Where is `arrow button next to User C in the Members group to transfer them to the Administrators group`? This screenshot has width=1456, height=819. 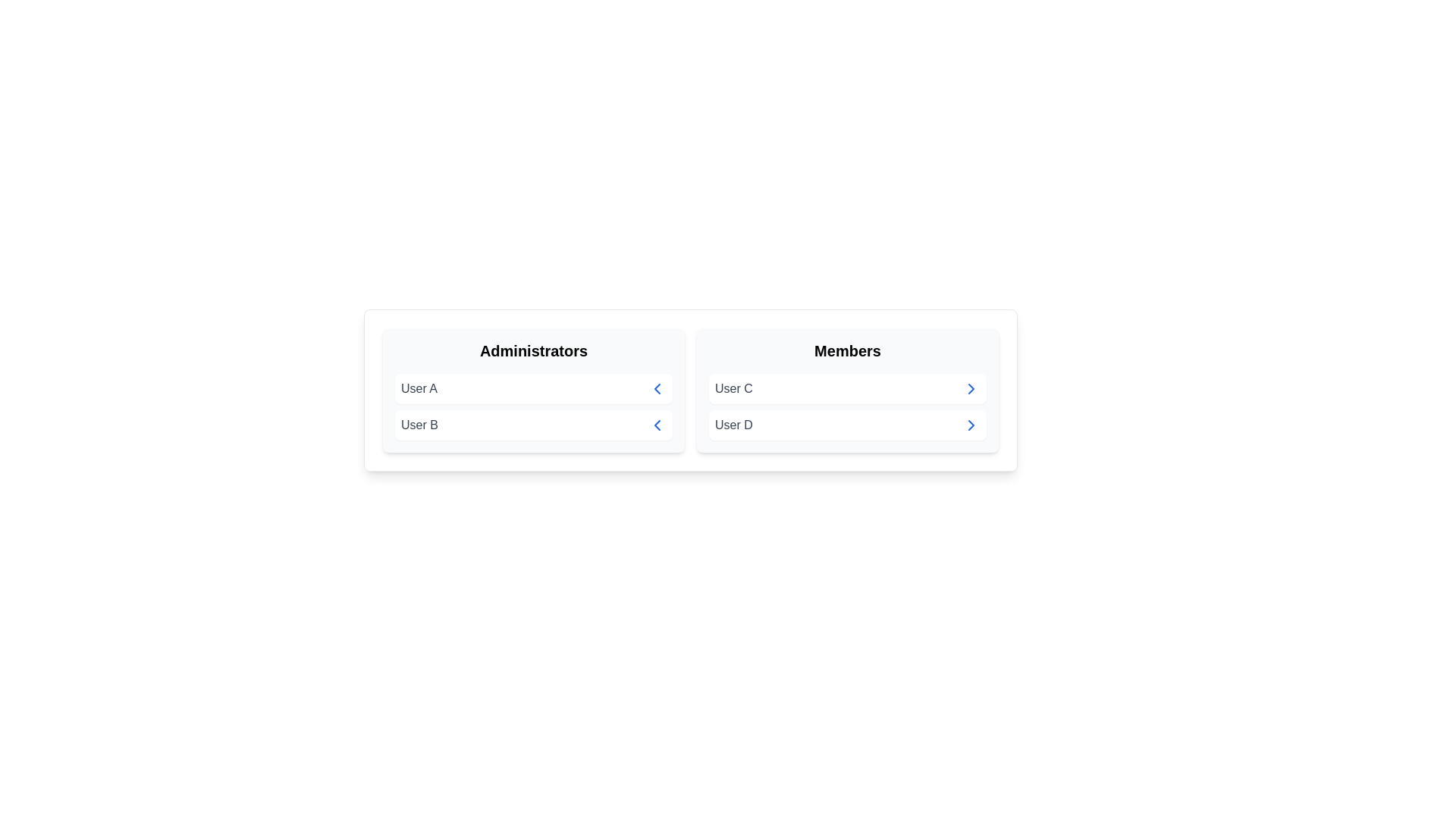 arrow button next to User C in the Members group to transfer them to the Administrators group is located at coordinates (971, 388).